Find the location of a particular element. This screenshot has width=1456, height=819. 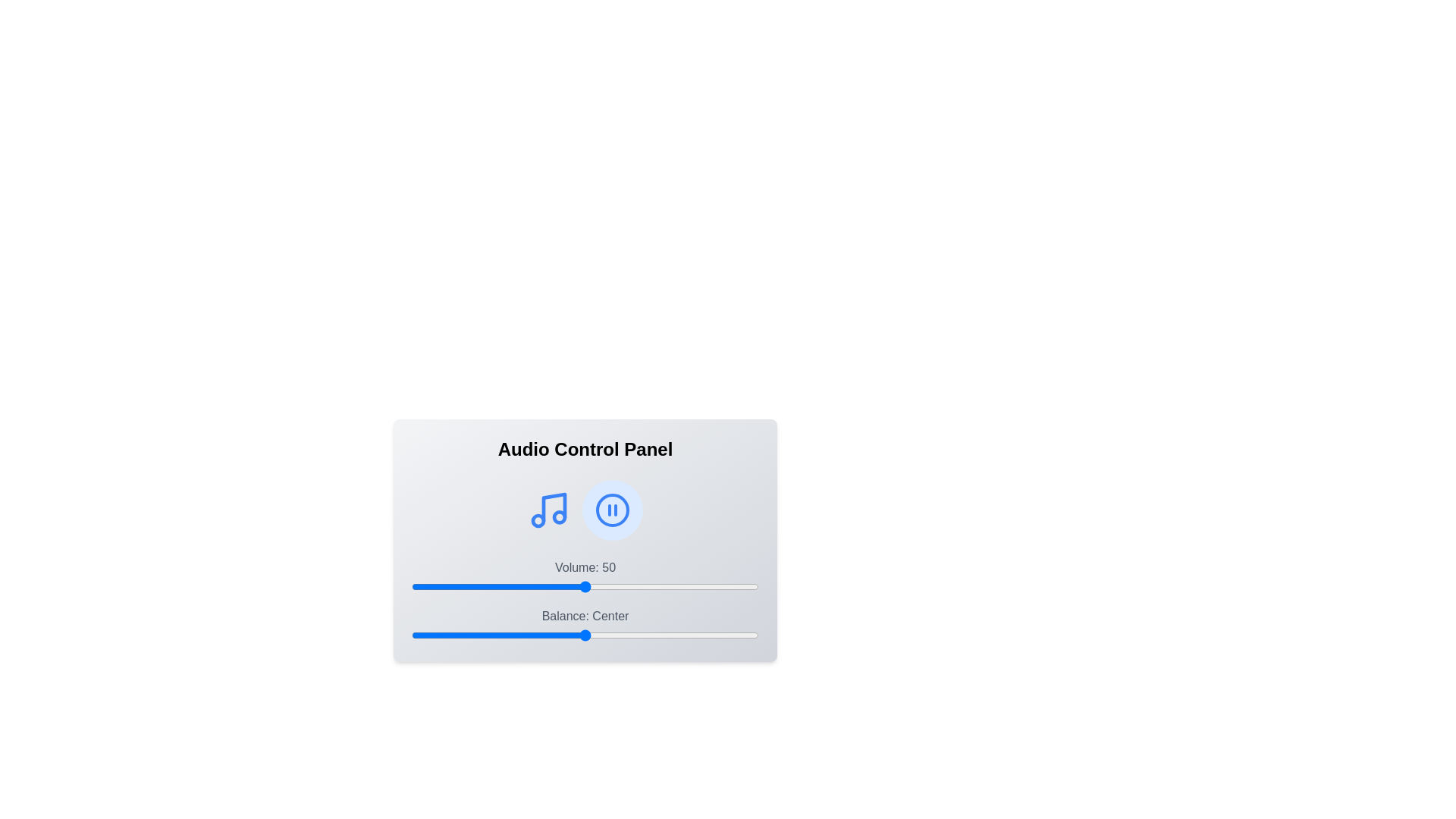

the slider value is located at coordinates (463, 586).